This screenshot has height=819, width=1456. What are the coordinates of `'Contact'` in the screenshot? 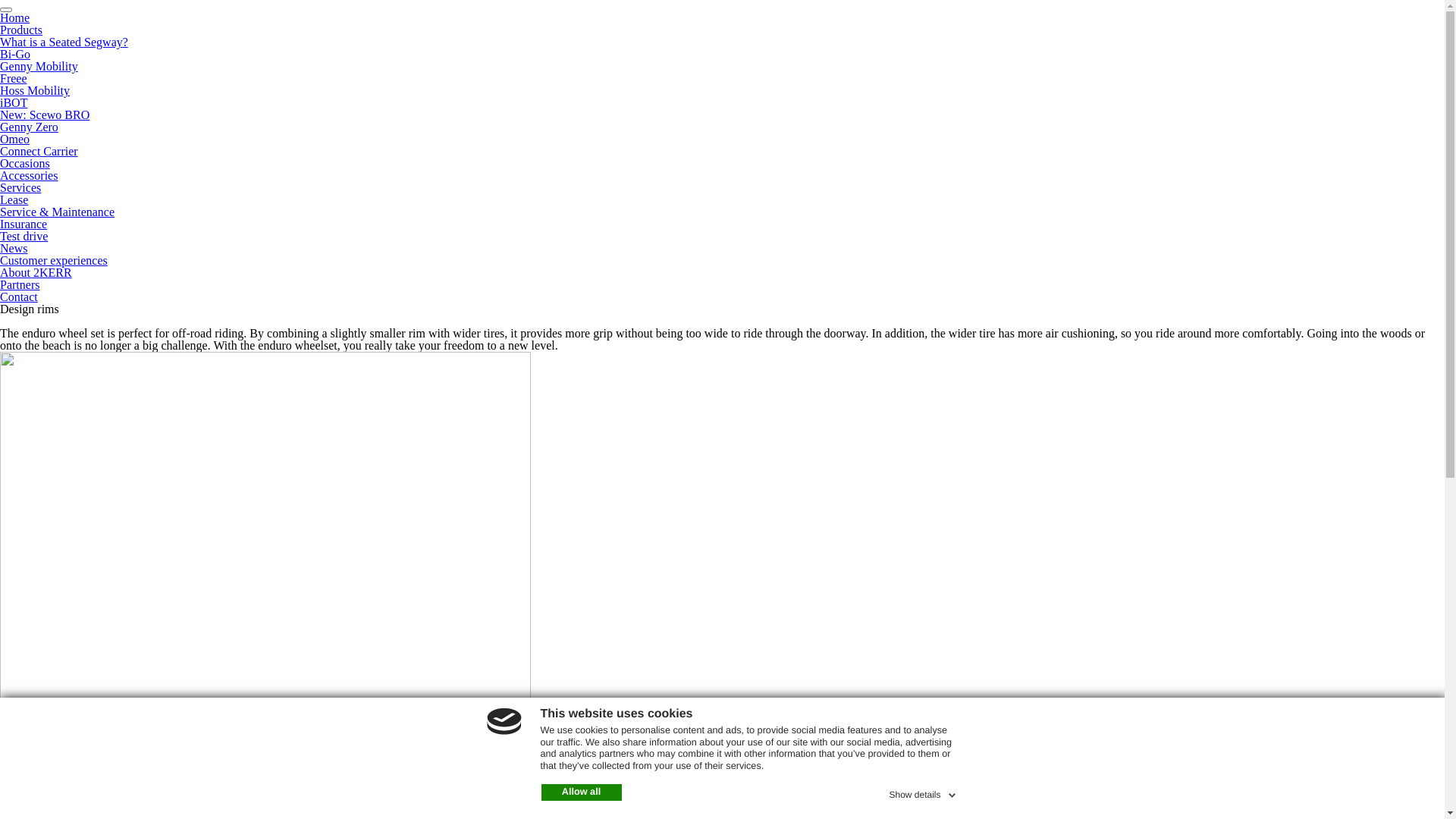 It's located at (18, 297).